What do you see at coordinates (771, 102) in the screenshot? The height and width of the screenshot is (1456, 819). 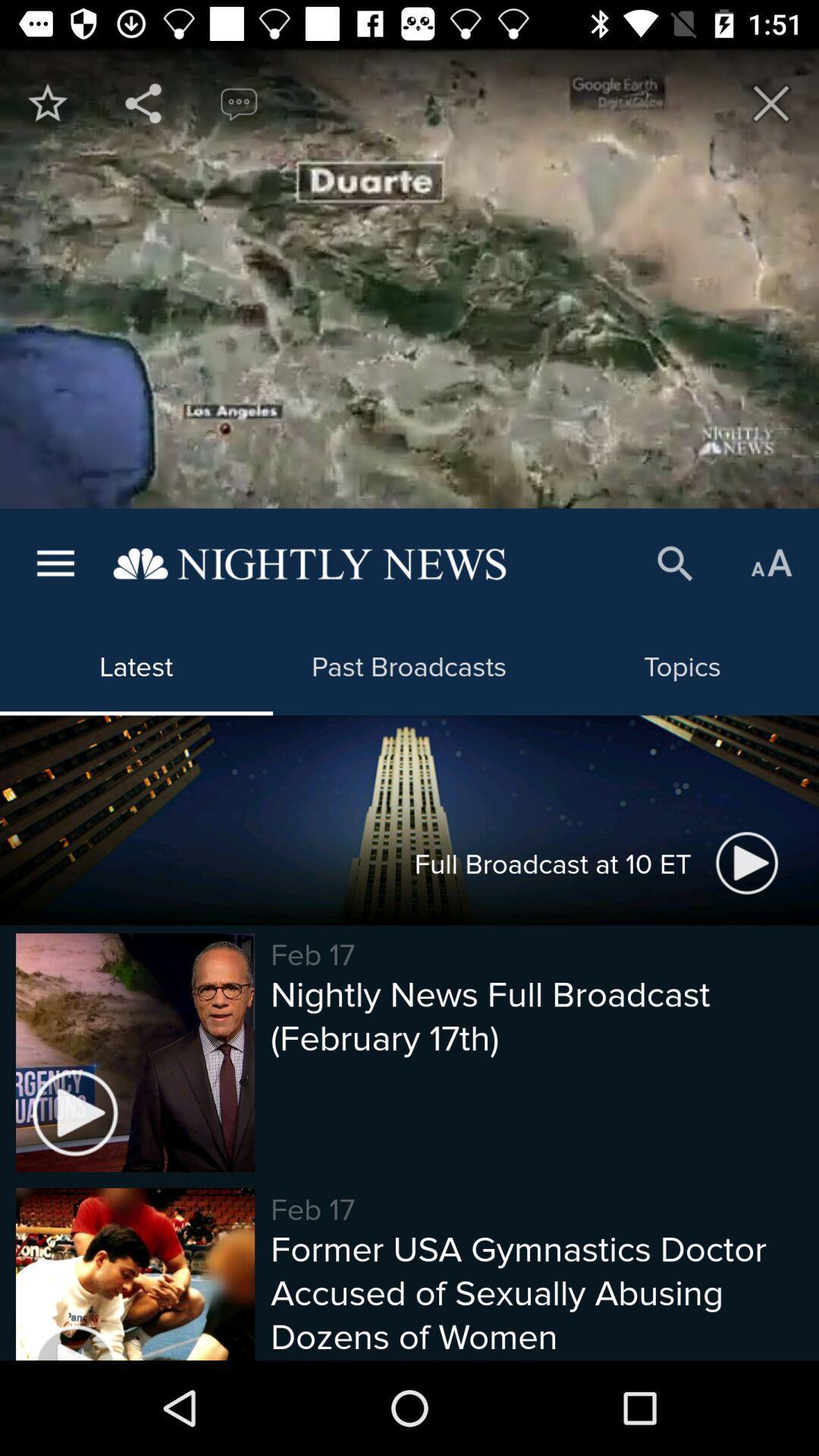 I see `the close icon` at bounding box center [771, 102].